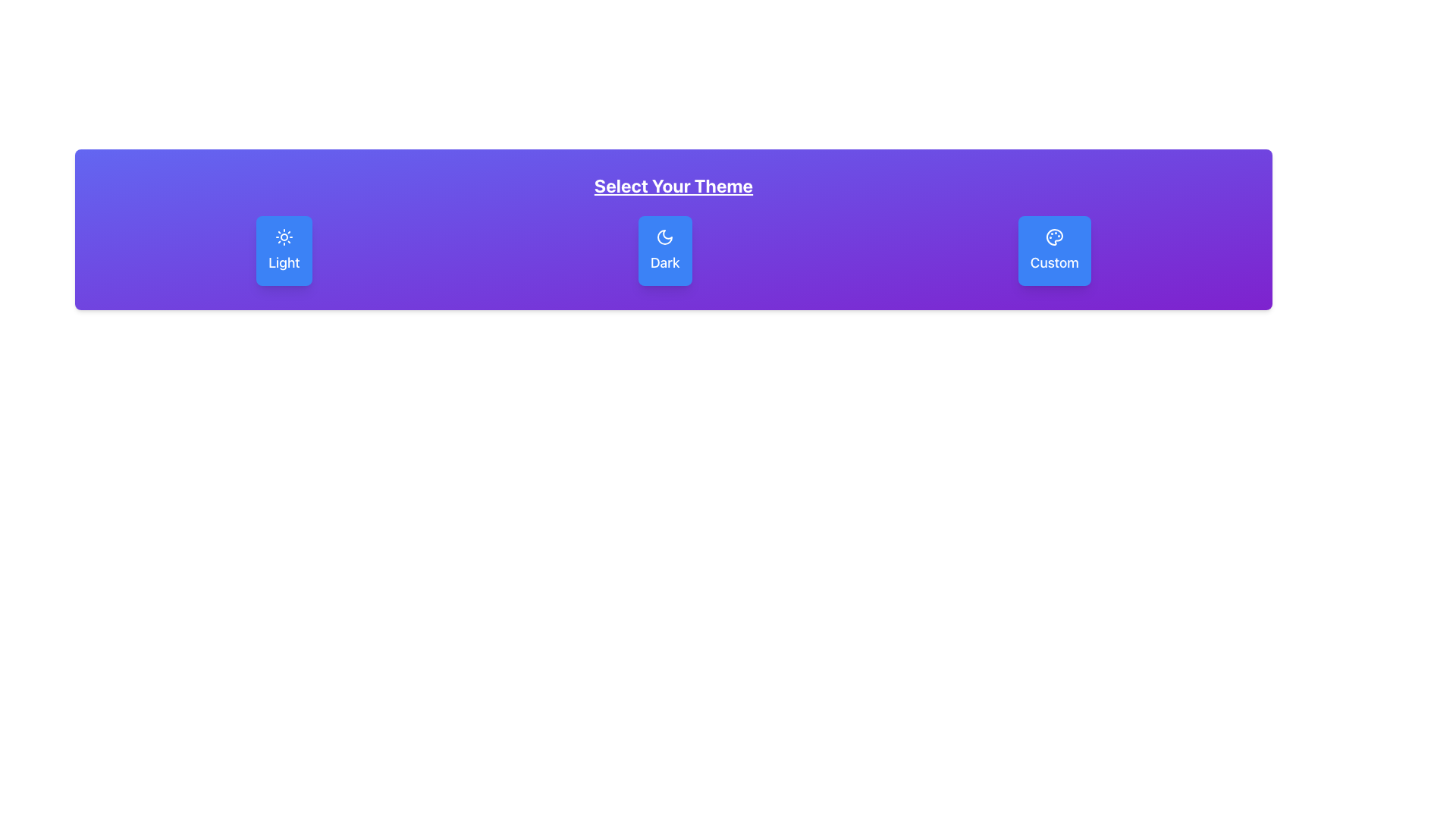 Image resolution: width=1456 pixels, height=819 pixels. I want to click on the 'Custom' theme button, which is the third button in a horizontal series of three buttons, so click(1053, 250).